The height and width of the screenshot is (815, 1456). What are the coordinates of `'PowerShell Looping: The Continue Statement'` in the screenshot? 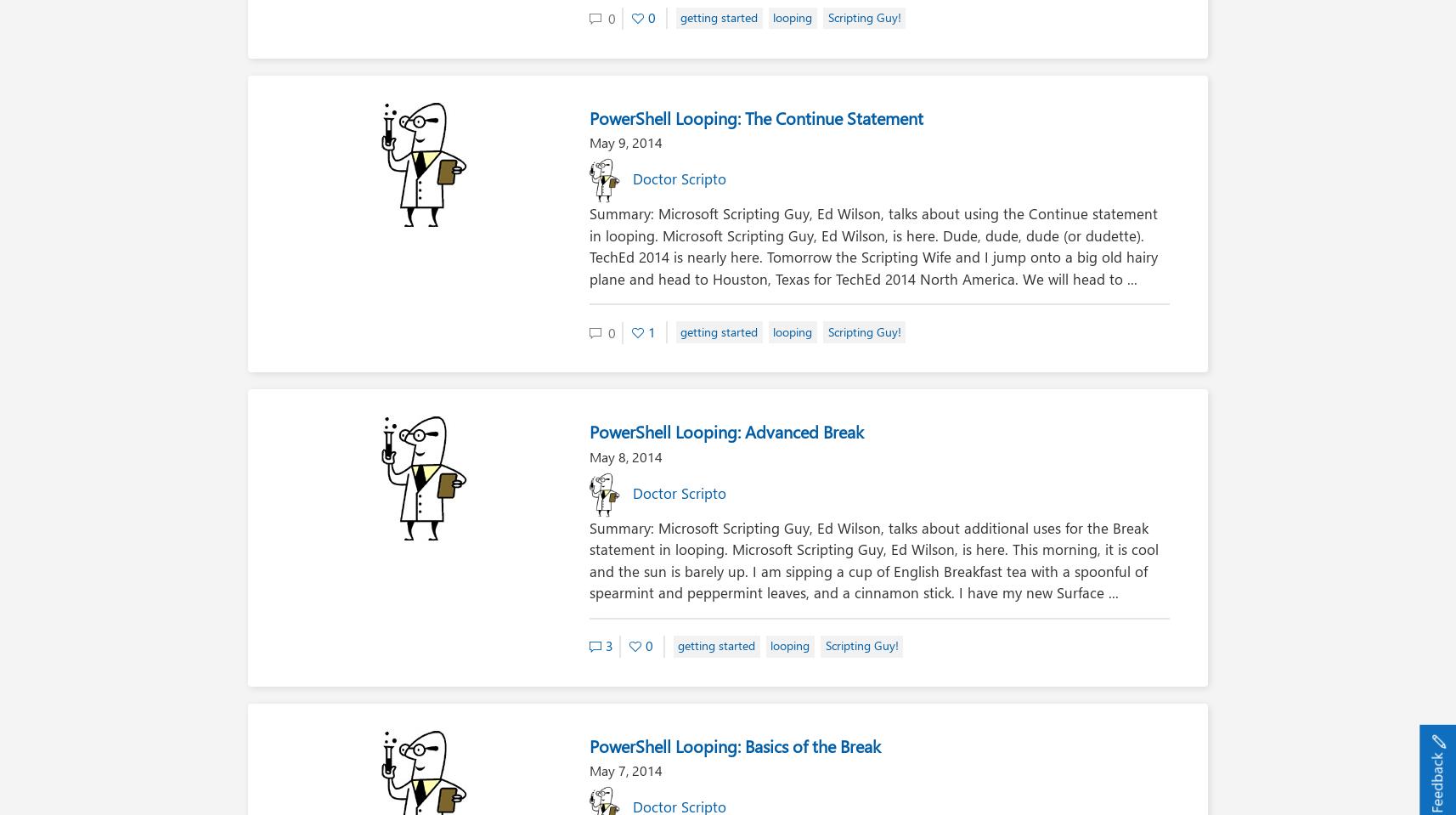 It's located at (754, 116).